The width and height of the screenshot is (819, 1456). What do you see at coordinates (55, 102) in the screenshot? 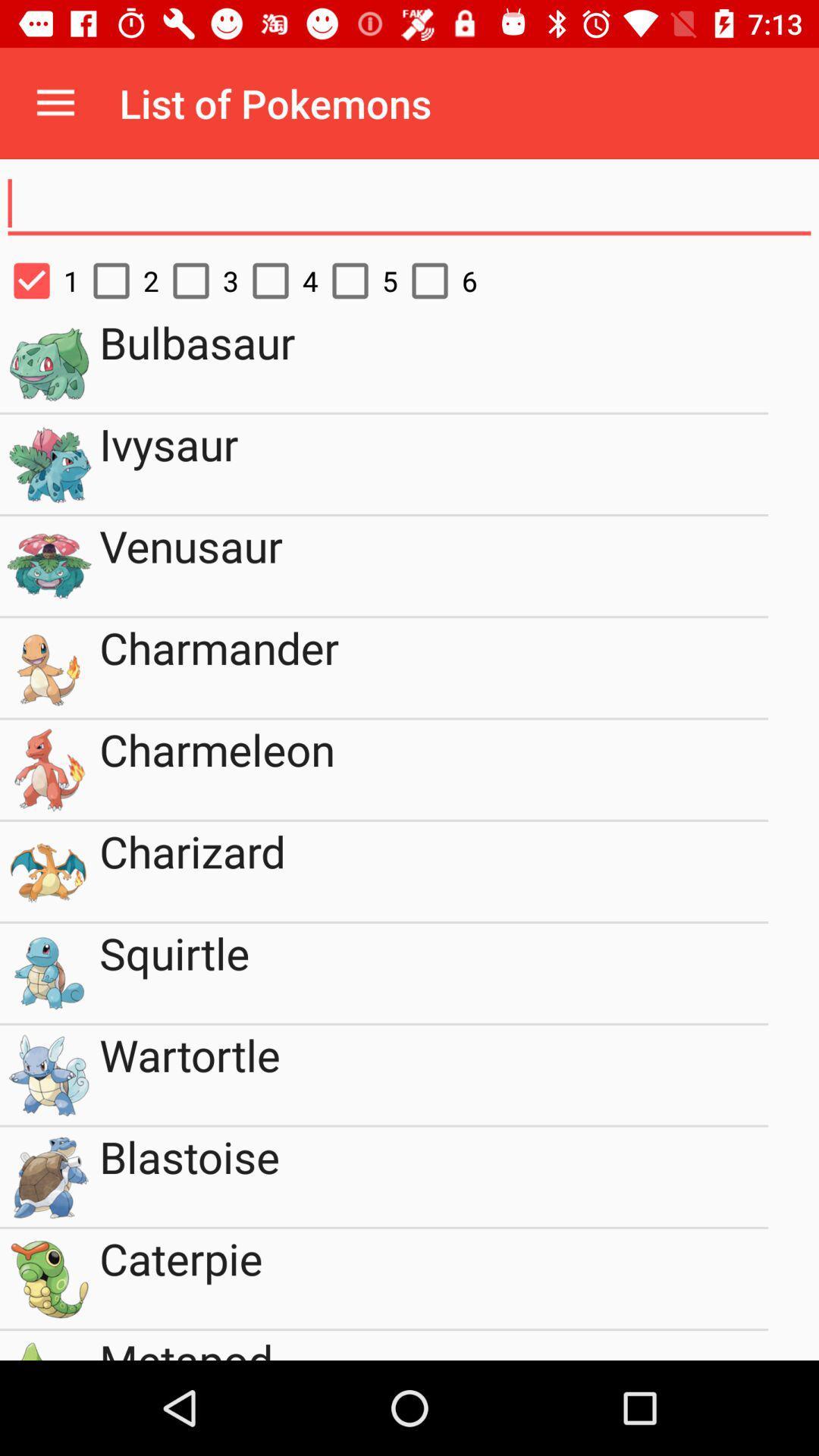
I see `icon to the left of the list of pokemons` at bounding box center [55, 102].